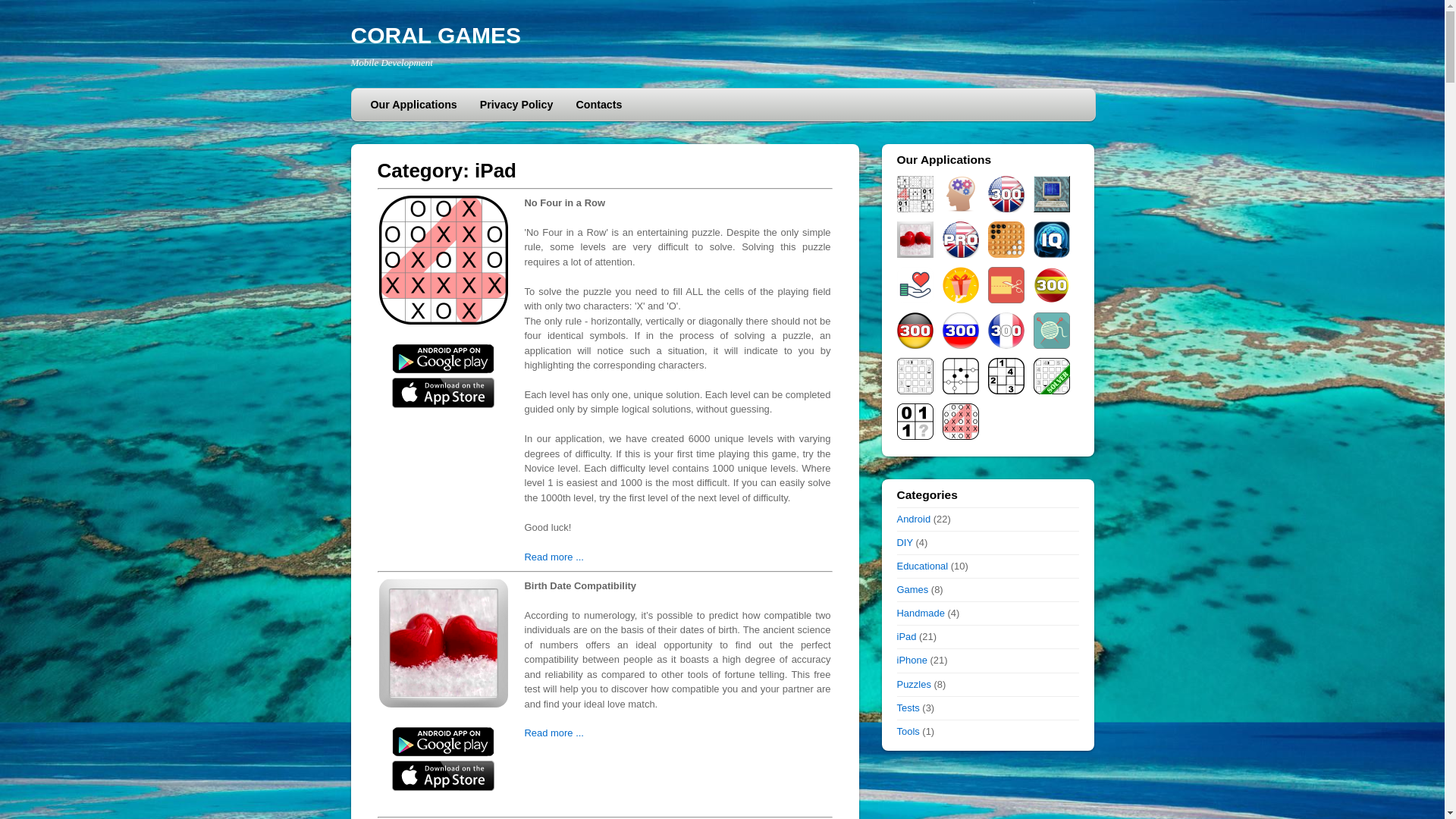  What do you see at coordinates (1050, 193) in the screenshot?
I see `'NetGame'` at bounding box center [1050, 193].